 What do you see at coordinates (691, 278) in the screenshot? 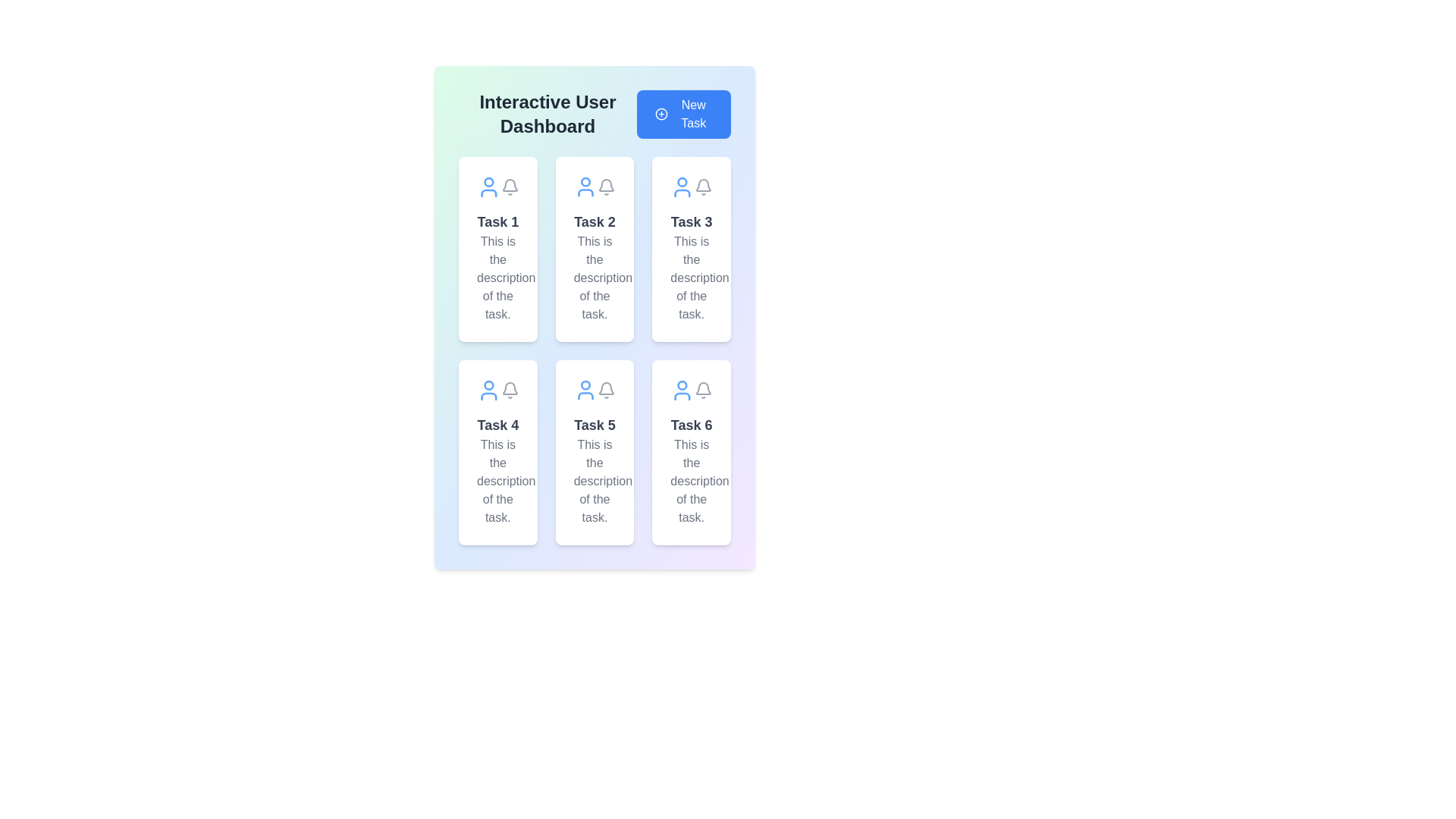
I see `text from the textual block displaying 'This is the description of the task.' which is styled in light gray and is located in the card titled 'Task 3'` at bounding box center [691, 278].